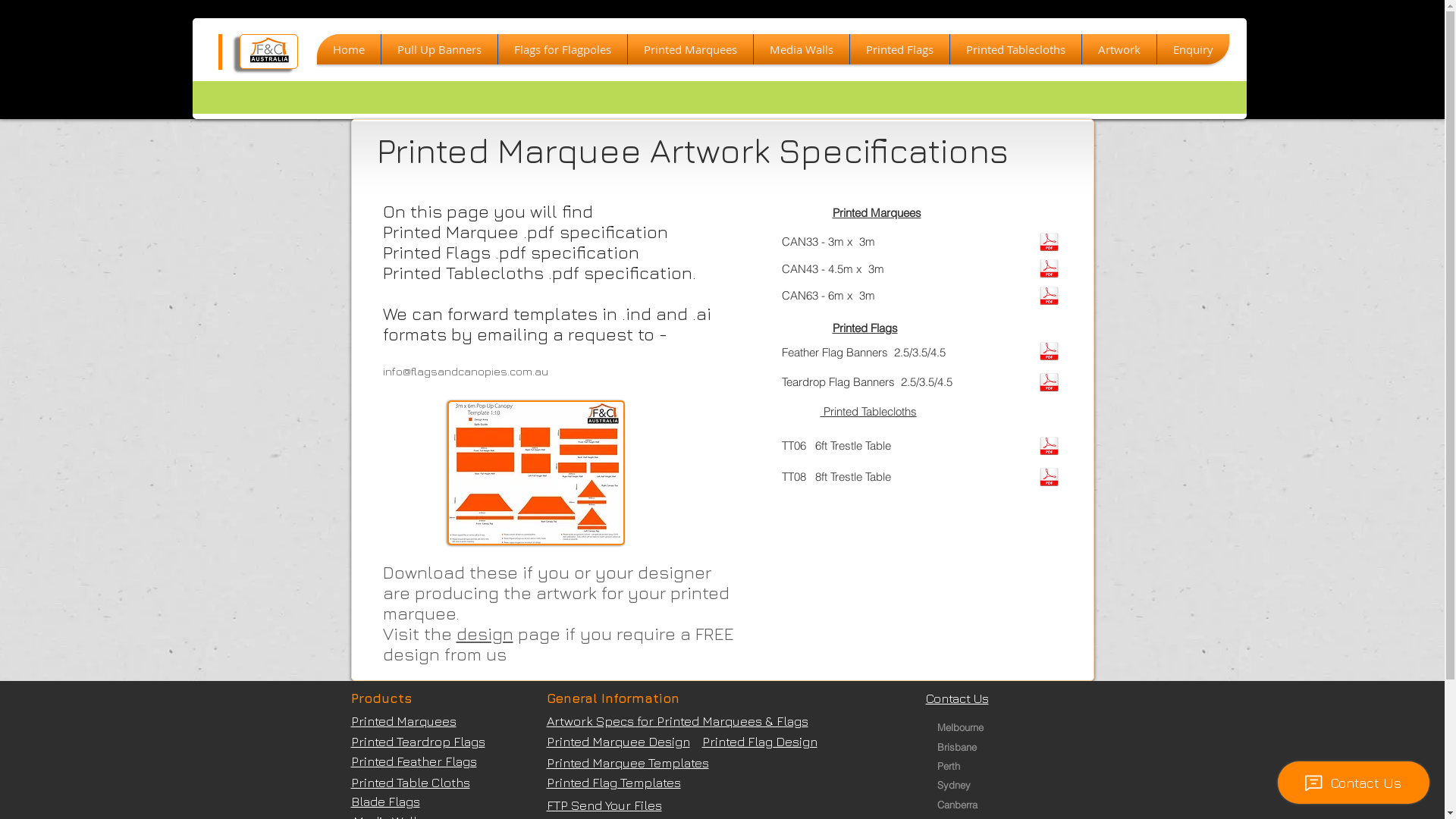 This screenshot has height=819, width=1456. Describe the element at coordinates (384, 800) in the screenshot. I see `'Blade Flags'` at that location.